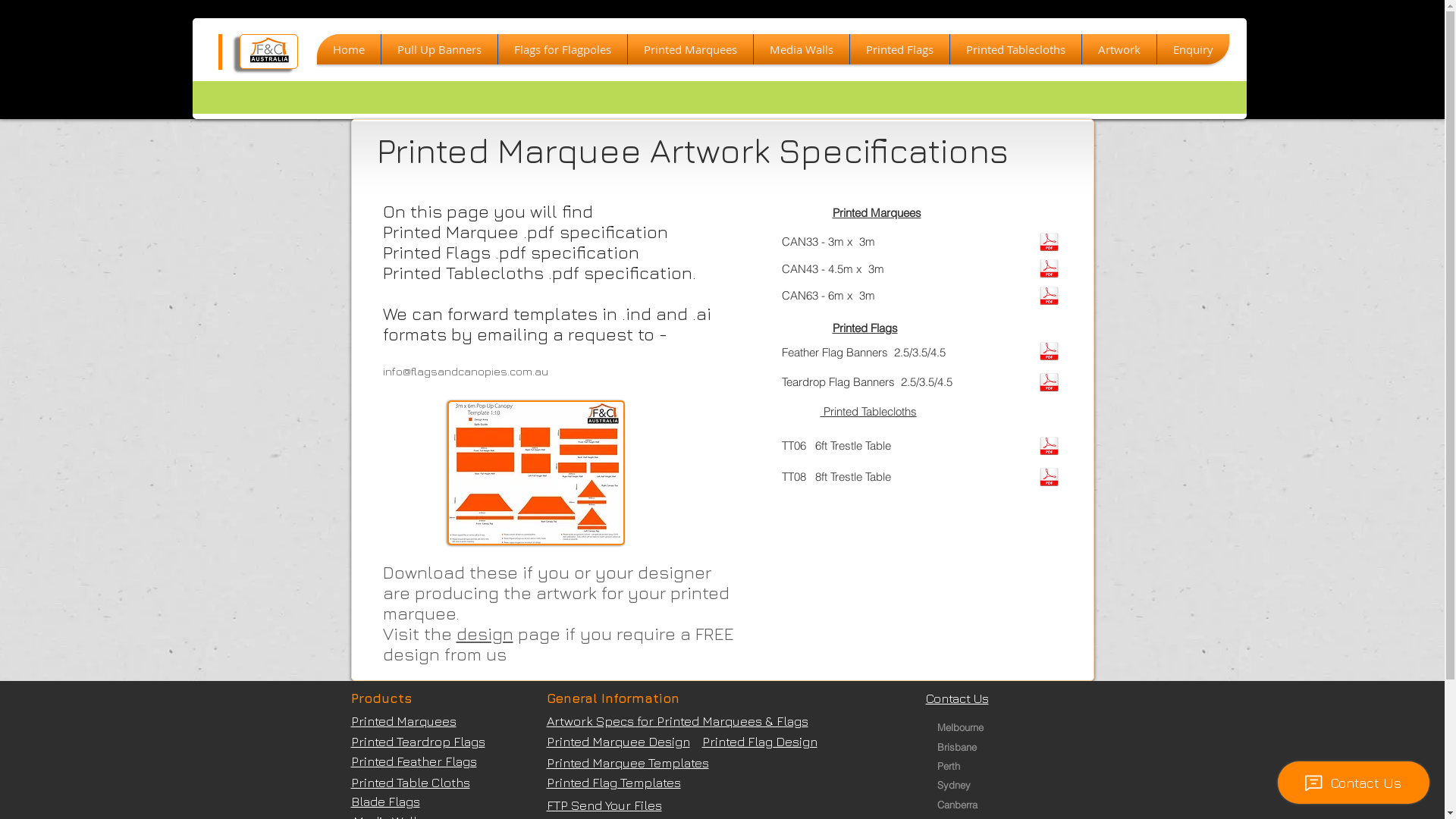 This screenshot has height=819, width=1456. Describe the element at coordinates (384, 800) in the screenshot. I see `'Blade Flags'` at that location.